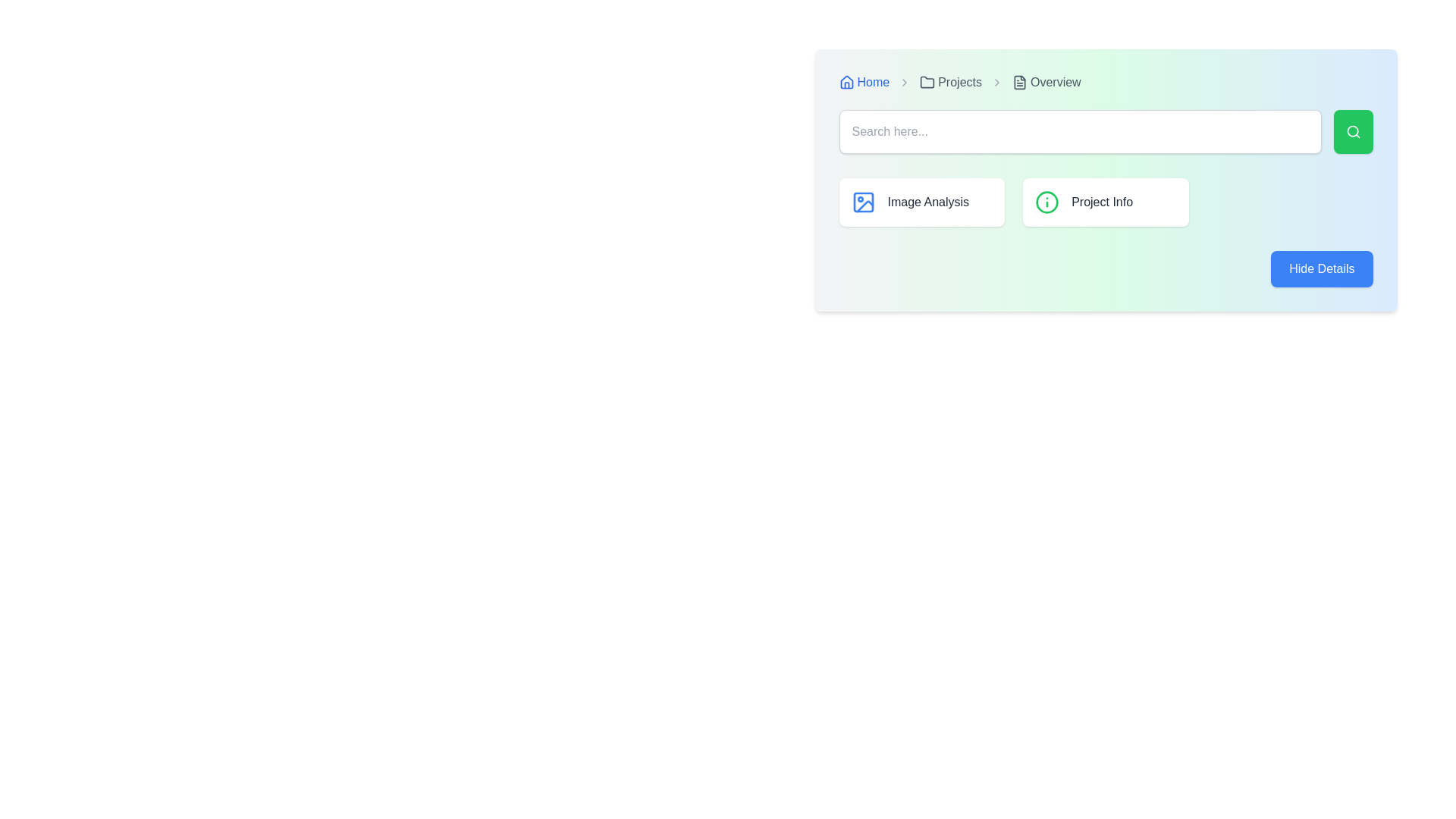  Describe the element at coordinates (1353, 130) in the screenshot. I see `the graphical icon within the green button located at the top-right corner of the interface` at that location.